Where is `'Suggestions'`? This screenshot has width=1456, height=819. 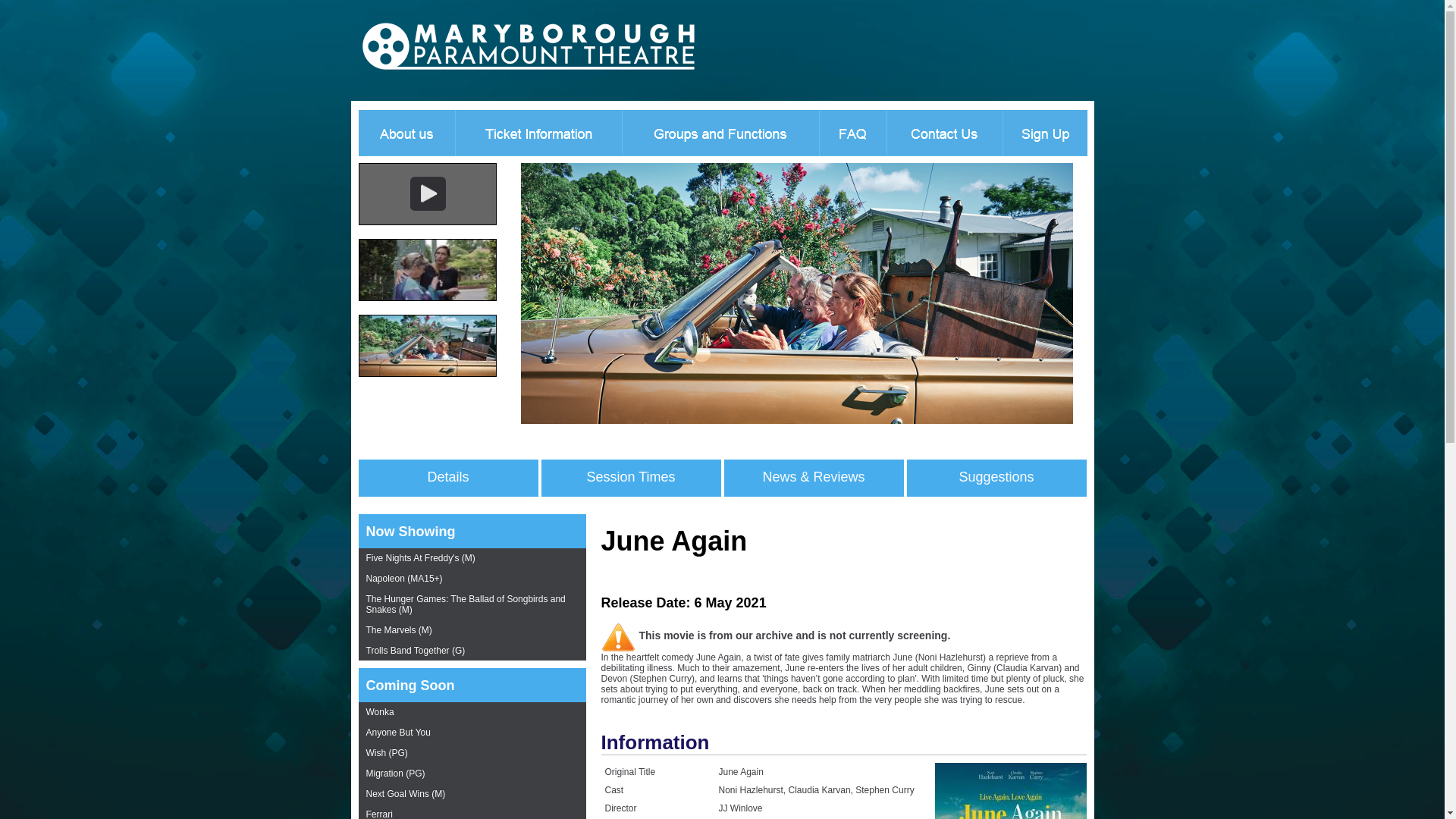
'Suggestions' is located at coordinates (996, 478).